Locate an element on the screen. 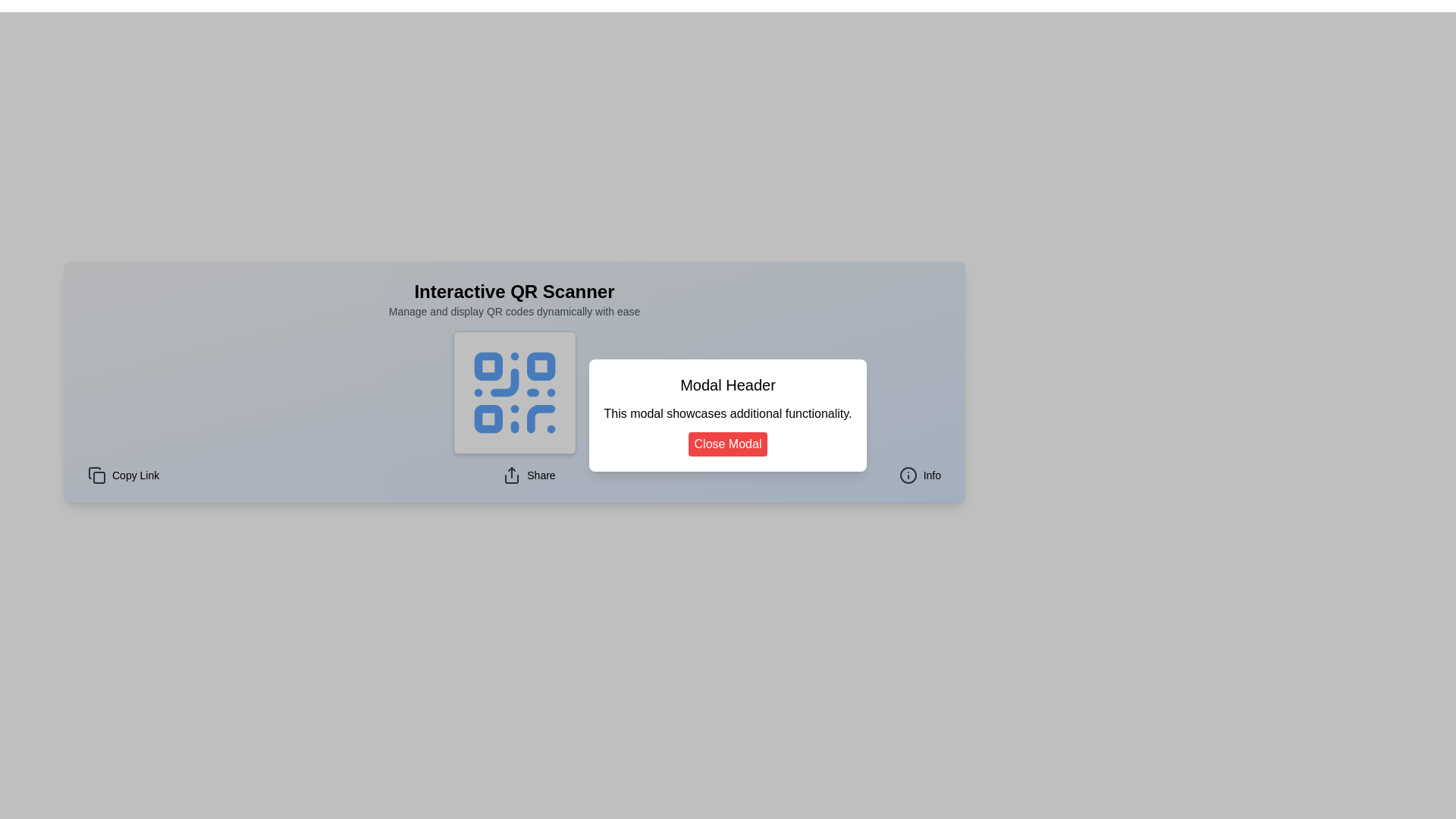 The width and height of the screenshot is (1456, 819). the close button located at the bottom of the modal dialog box beneath the text 'This modal showcases additional functionality.' is located at coordinates (728, 444).